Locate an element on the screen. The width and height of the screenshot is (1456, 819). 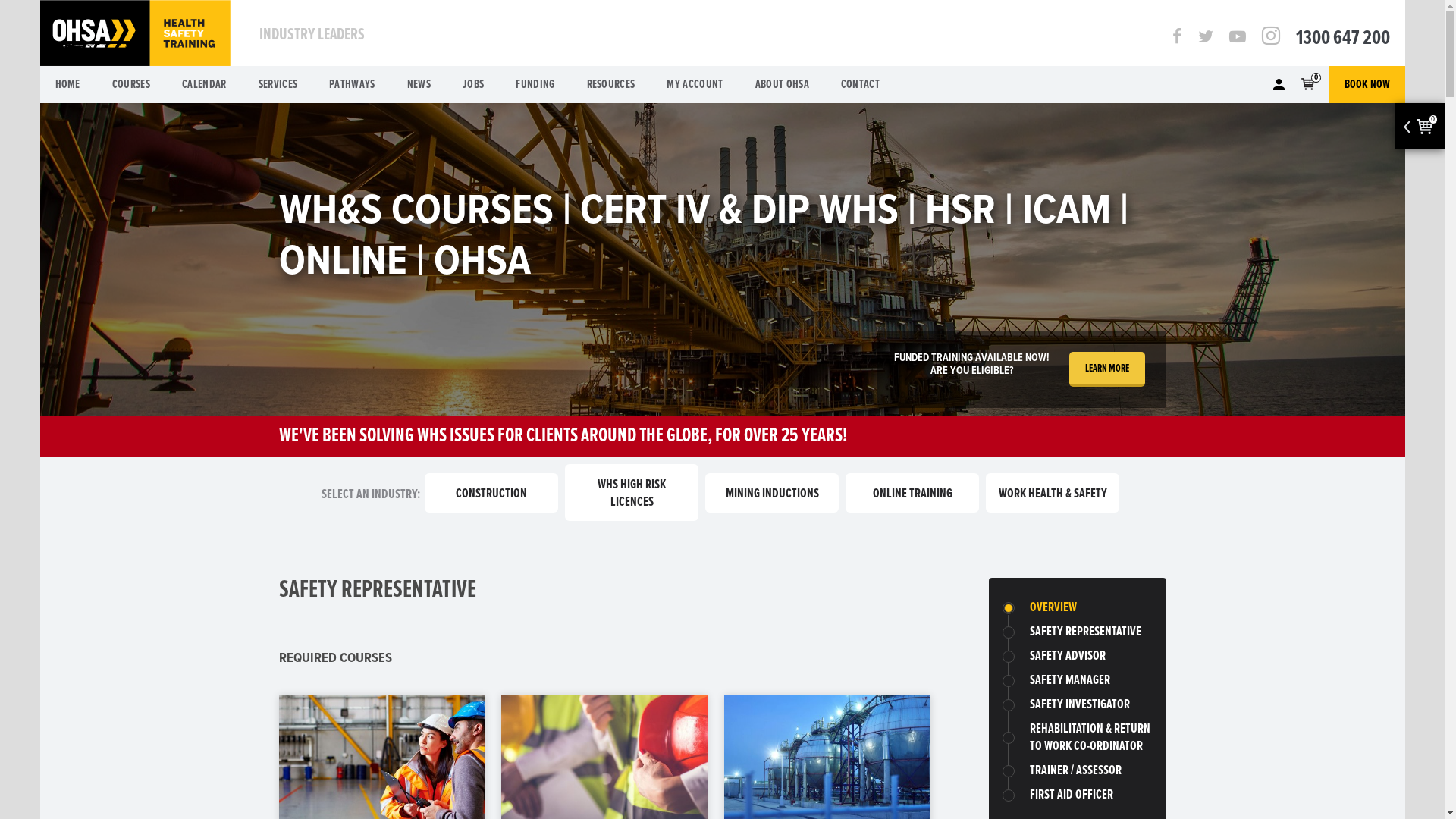
'RESOURCES' is located at coordinates (611, 84).